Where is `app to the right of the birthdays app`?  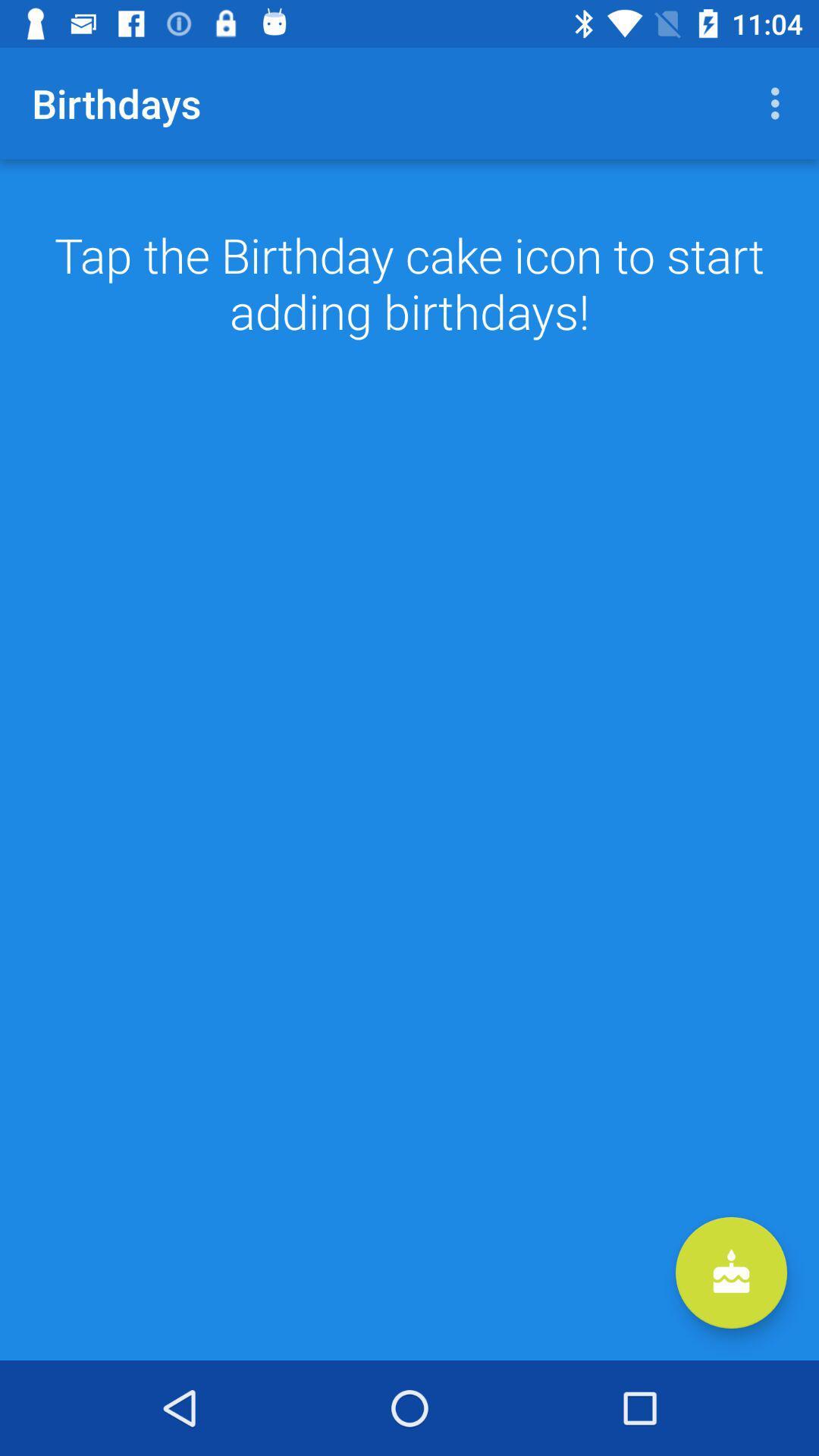
app to the right of the birthdays app is located at coordinates (779, 102).